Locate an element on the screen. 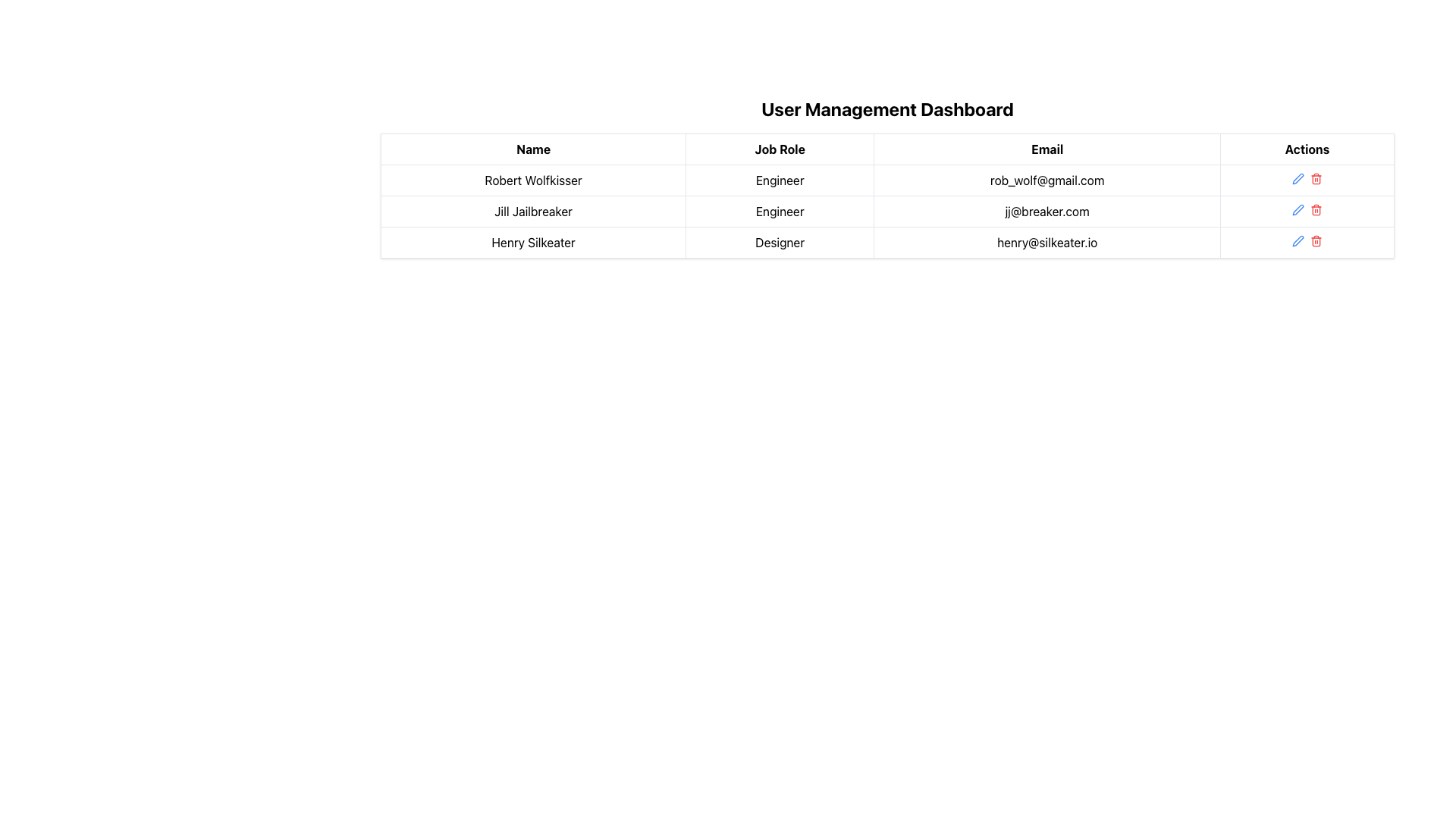  the small pen icon with a blue outline in the 'Actions' column for the user 'Jill Jailbreaker' is located at coordinates (1298, 210).